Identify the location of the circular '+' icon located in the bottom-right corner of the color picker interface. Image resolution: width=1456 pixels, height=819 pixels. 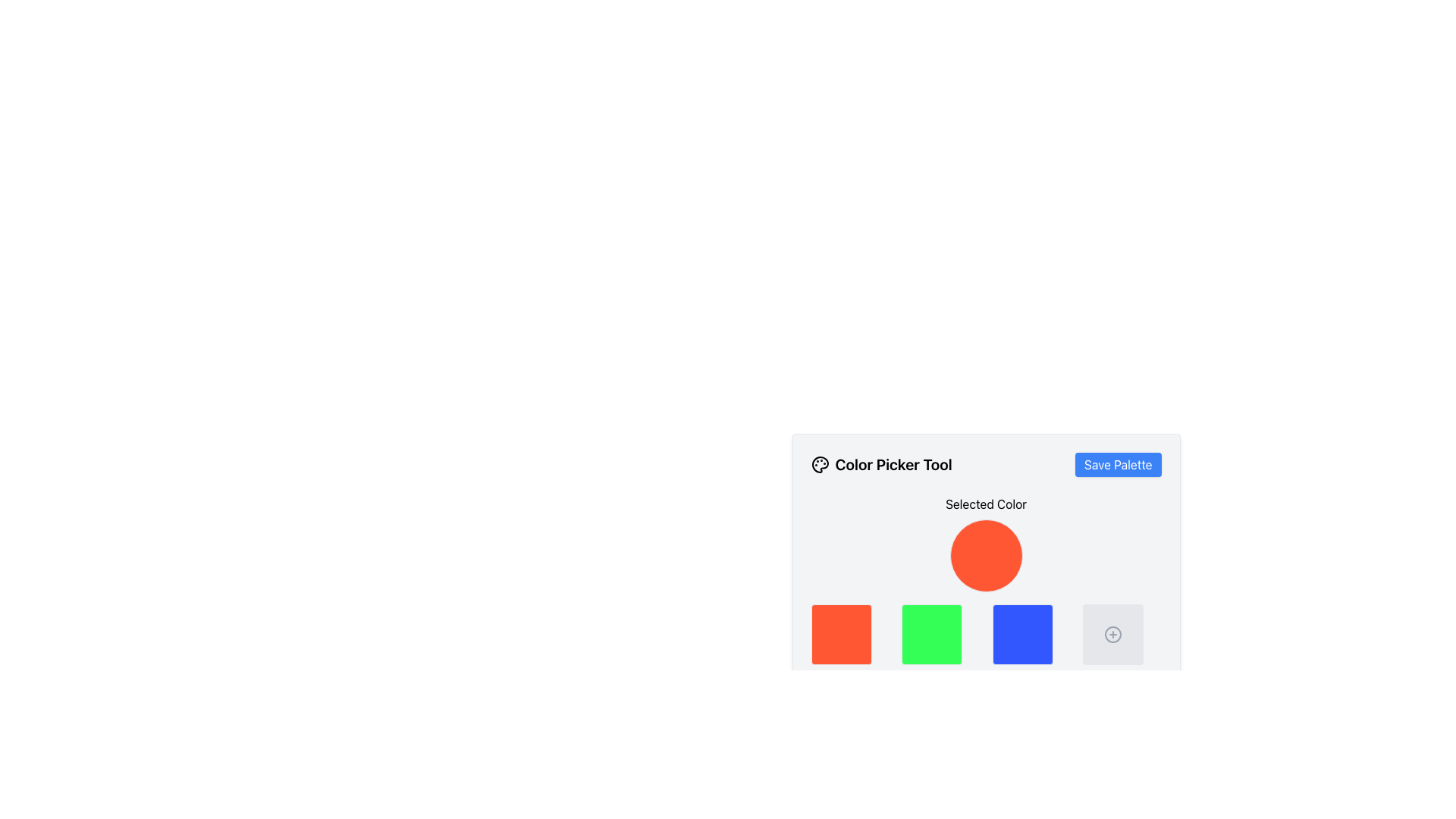
(1113, 635).